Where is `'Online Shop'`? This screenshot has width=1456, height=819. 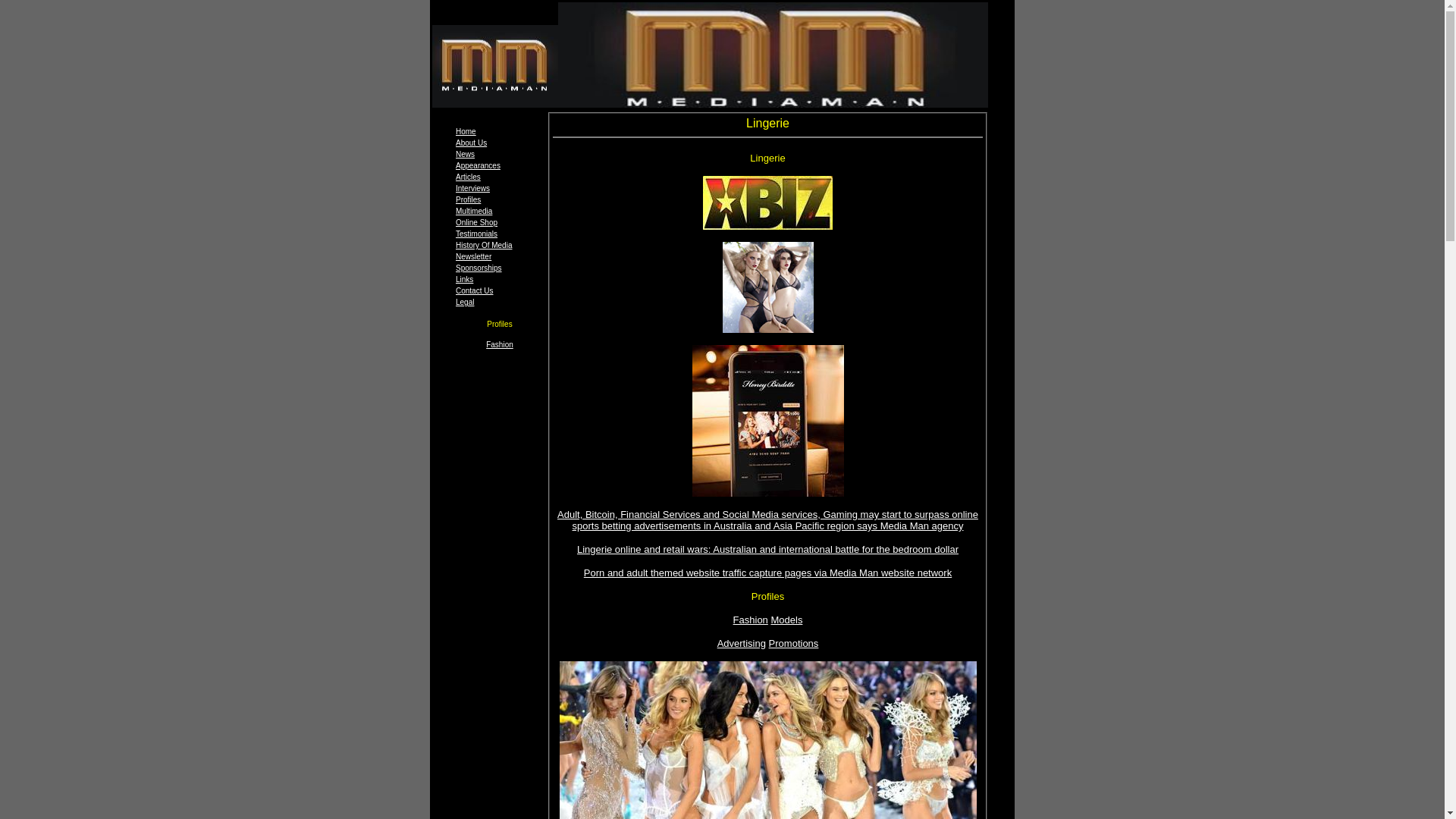
'Online Shop' is located at coordinates (475, 222).